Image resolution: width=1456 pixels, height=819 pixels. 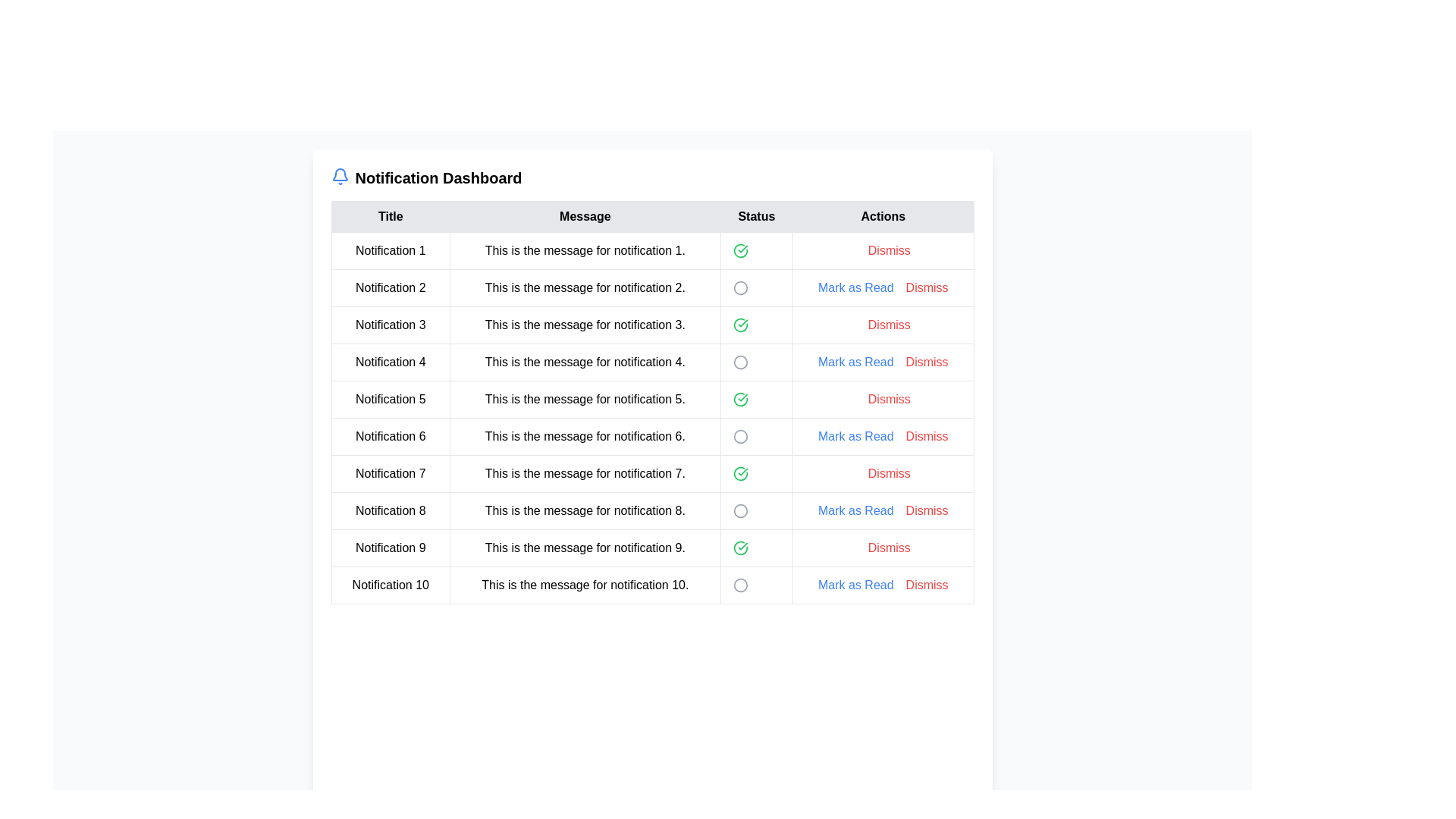 I want to click on the red-hyperlinked label with the text 'Dismiss', so click(x=926, y=362).